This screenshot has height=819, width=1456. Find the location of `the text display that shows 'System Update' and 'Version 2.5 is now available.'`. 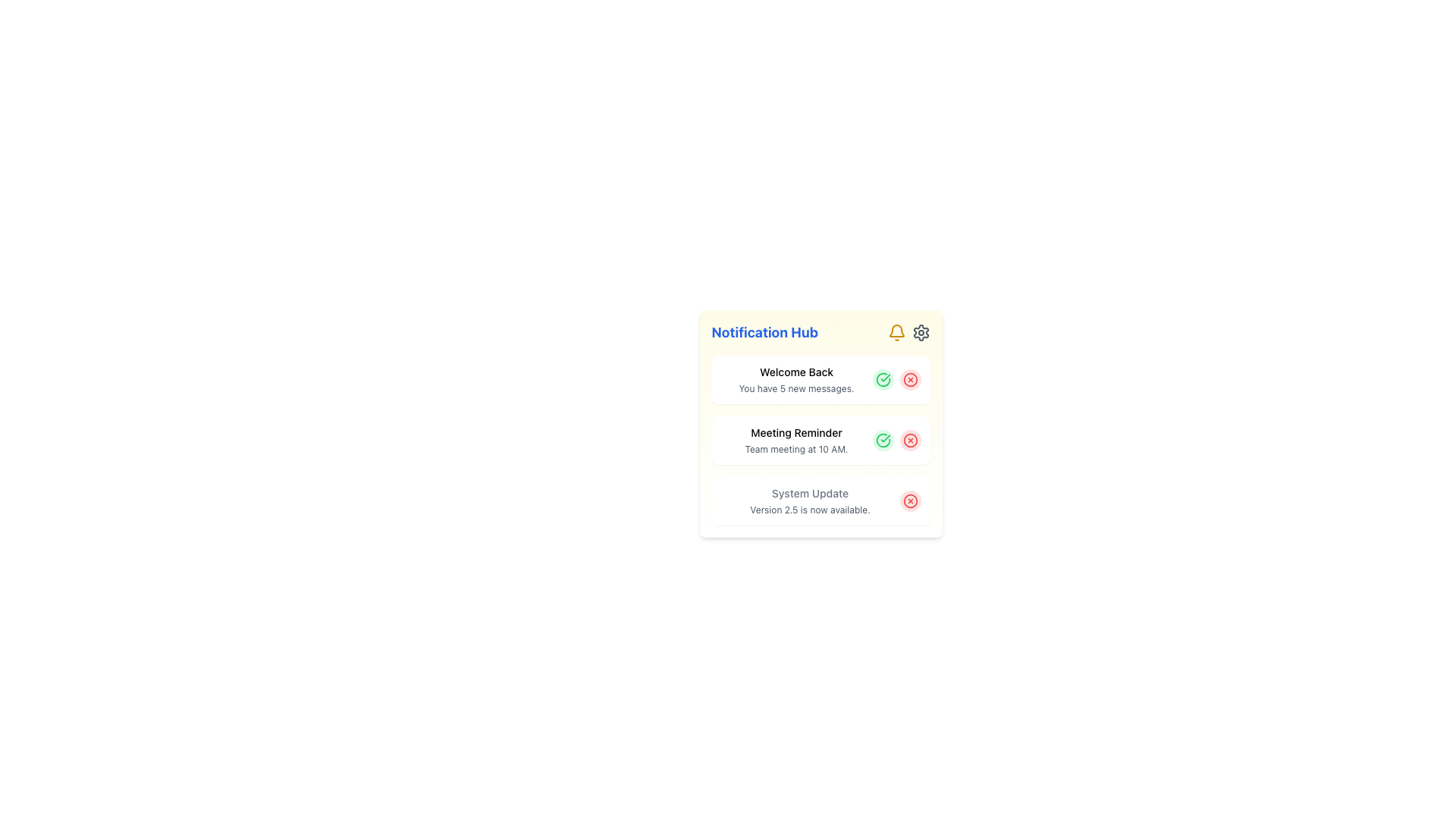

the text display that shows 'System Update' and 'Version 2.5 is now available.' is located at coordinates (809, 500).